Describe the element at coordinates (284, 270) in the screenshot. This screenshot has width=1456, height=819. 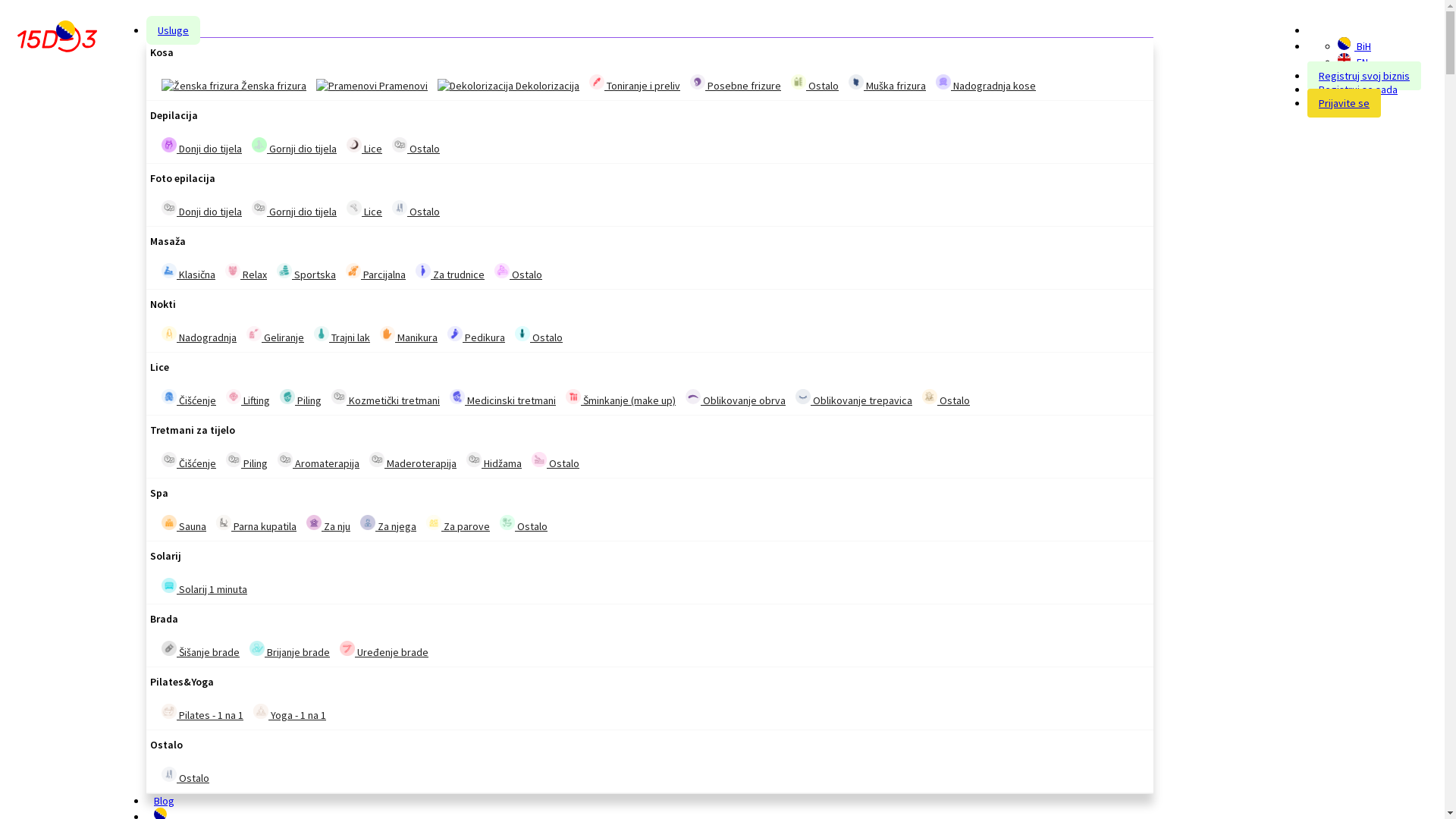
I see `'Sportska'` at that location.